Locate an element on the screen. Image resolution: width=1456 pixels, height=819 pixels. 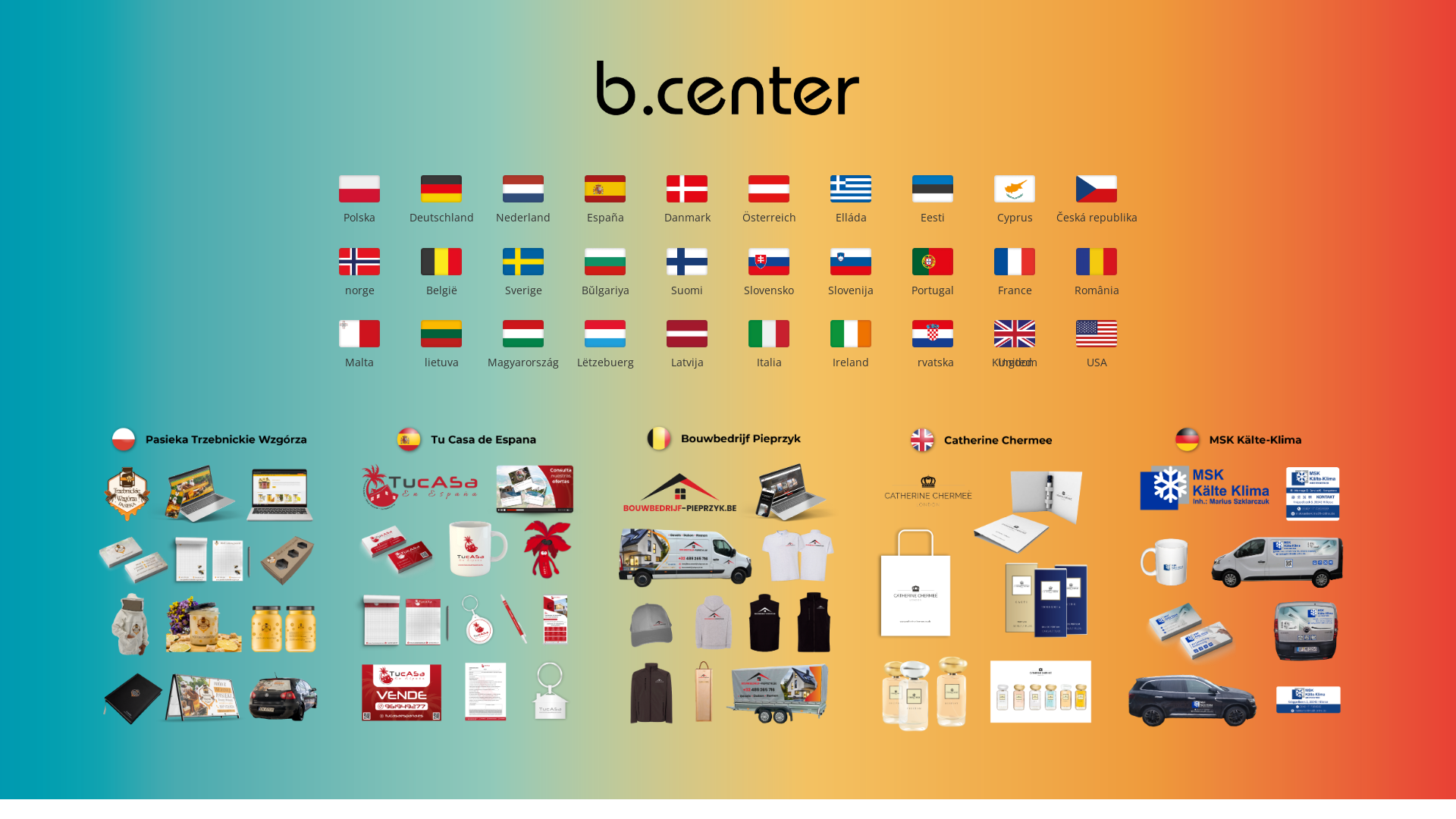
'Danmark' is located at coordinates (686, 217).